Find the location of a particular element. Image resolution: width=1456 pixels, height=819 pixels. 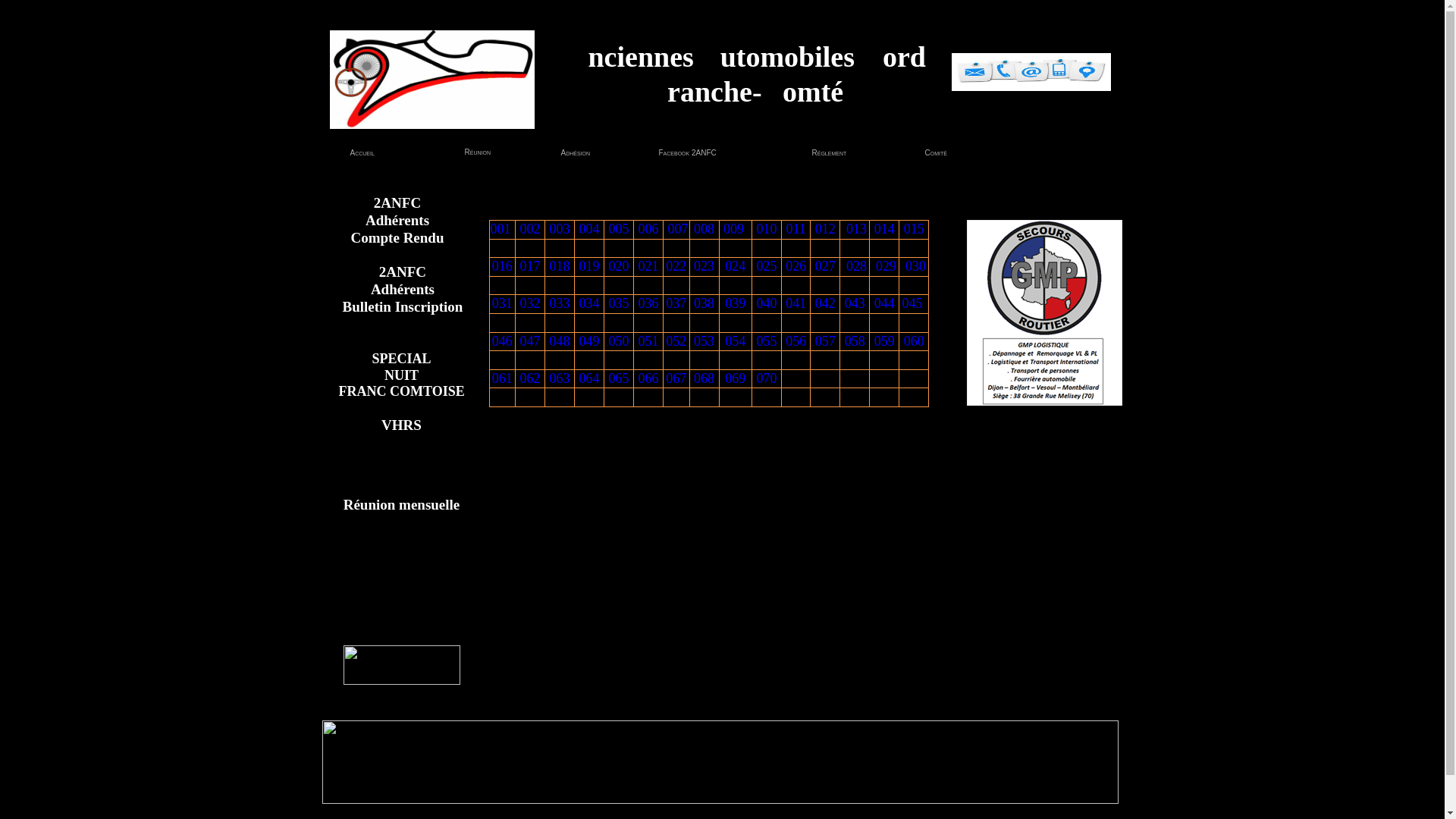

'048' is located at coordinates (558, 341).